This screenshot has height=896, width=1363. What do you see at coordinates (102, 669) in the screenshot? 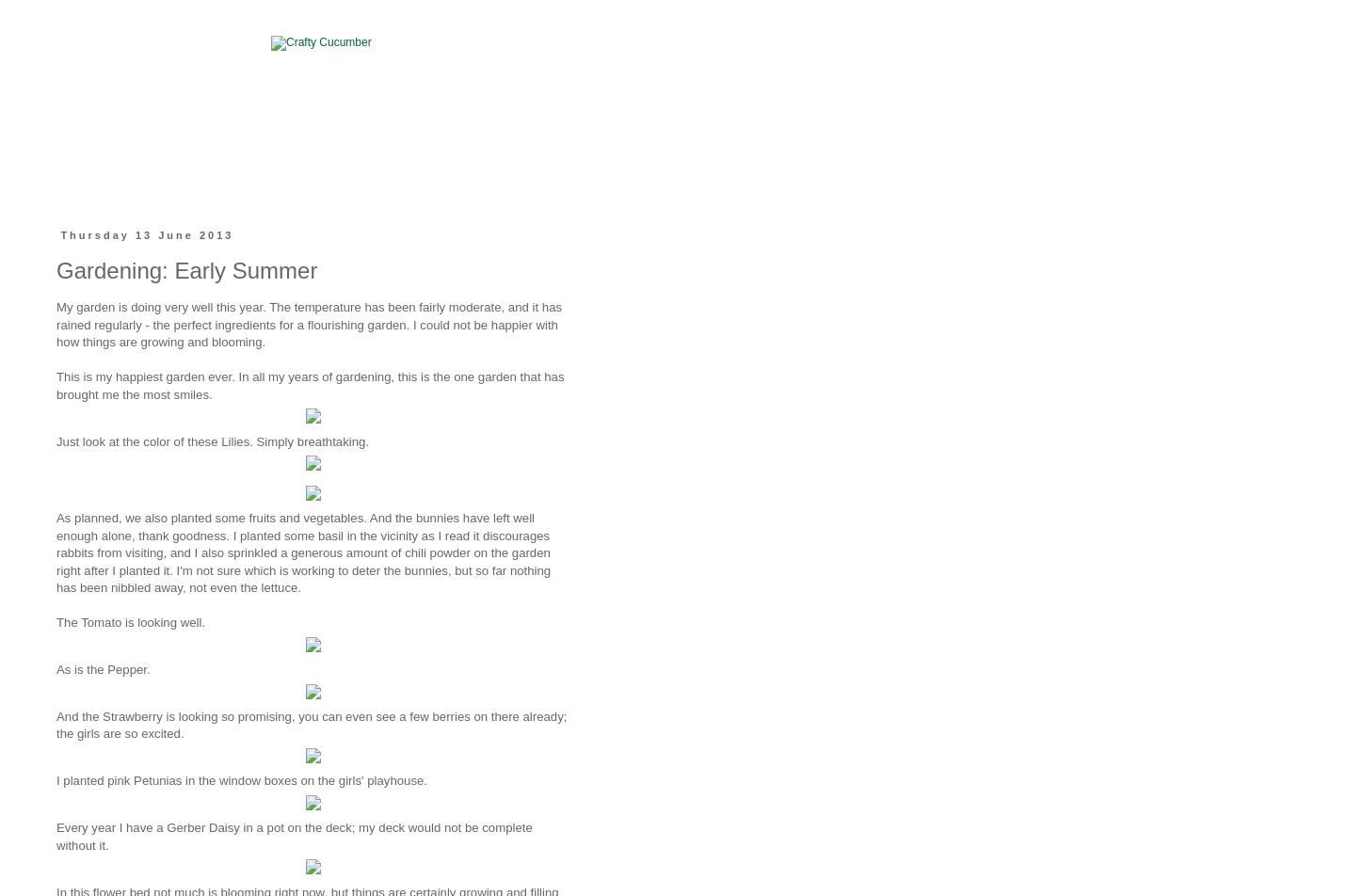
I see `'As is the Pepper.'` at bounding box center [102, 669].